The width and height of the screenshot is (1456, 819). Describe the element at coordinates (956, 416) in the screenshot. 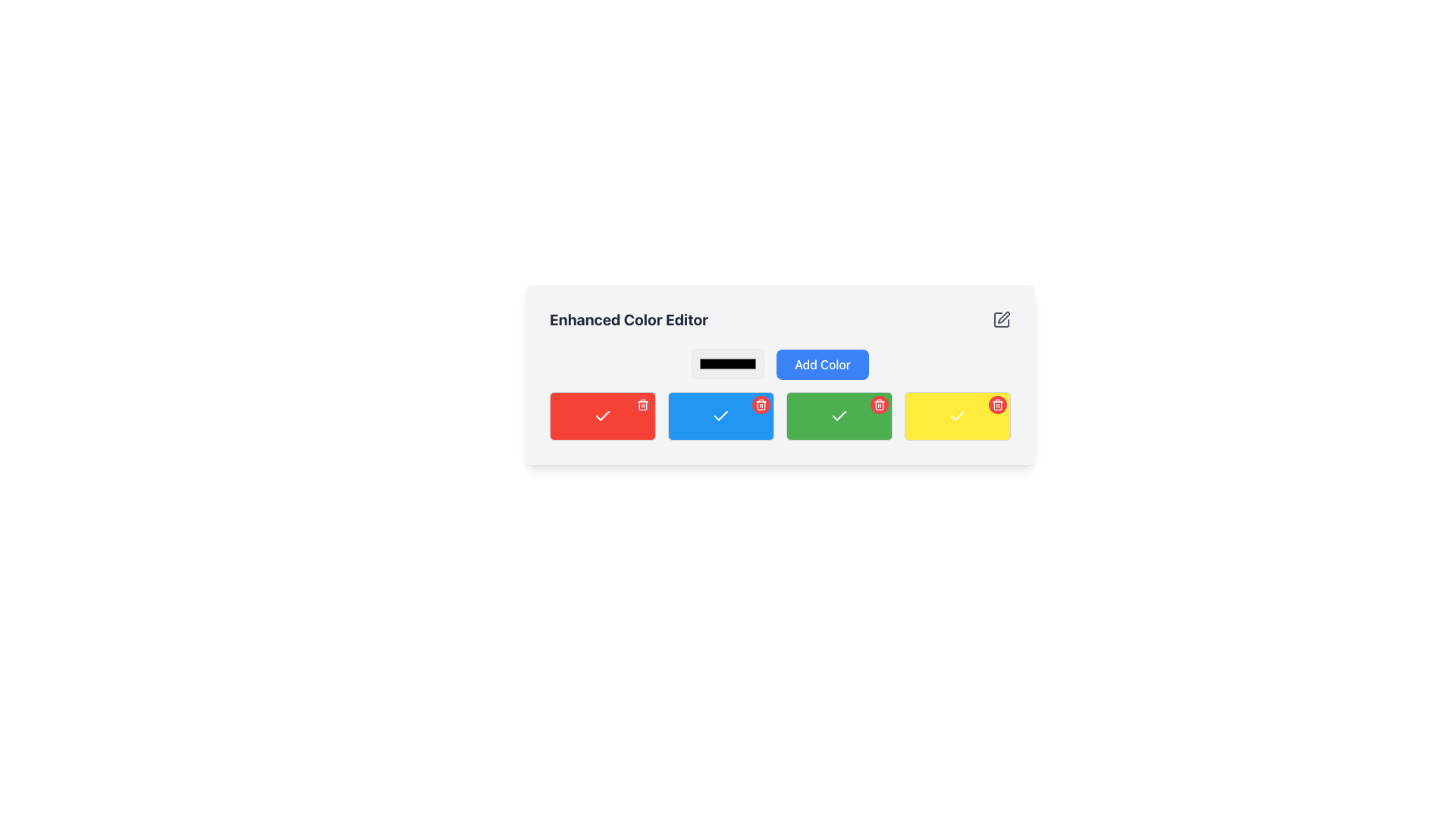

I see `the confirmation icon located within the yellow button, which is the fourth button in a horizontal row at the bottom of the interface` at that location.